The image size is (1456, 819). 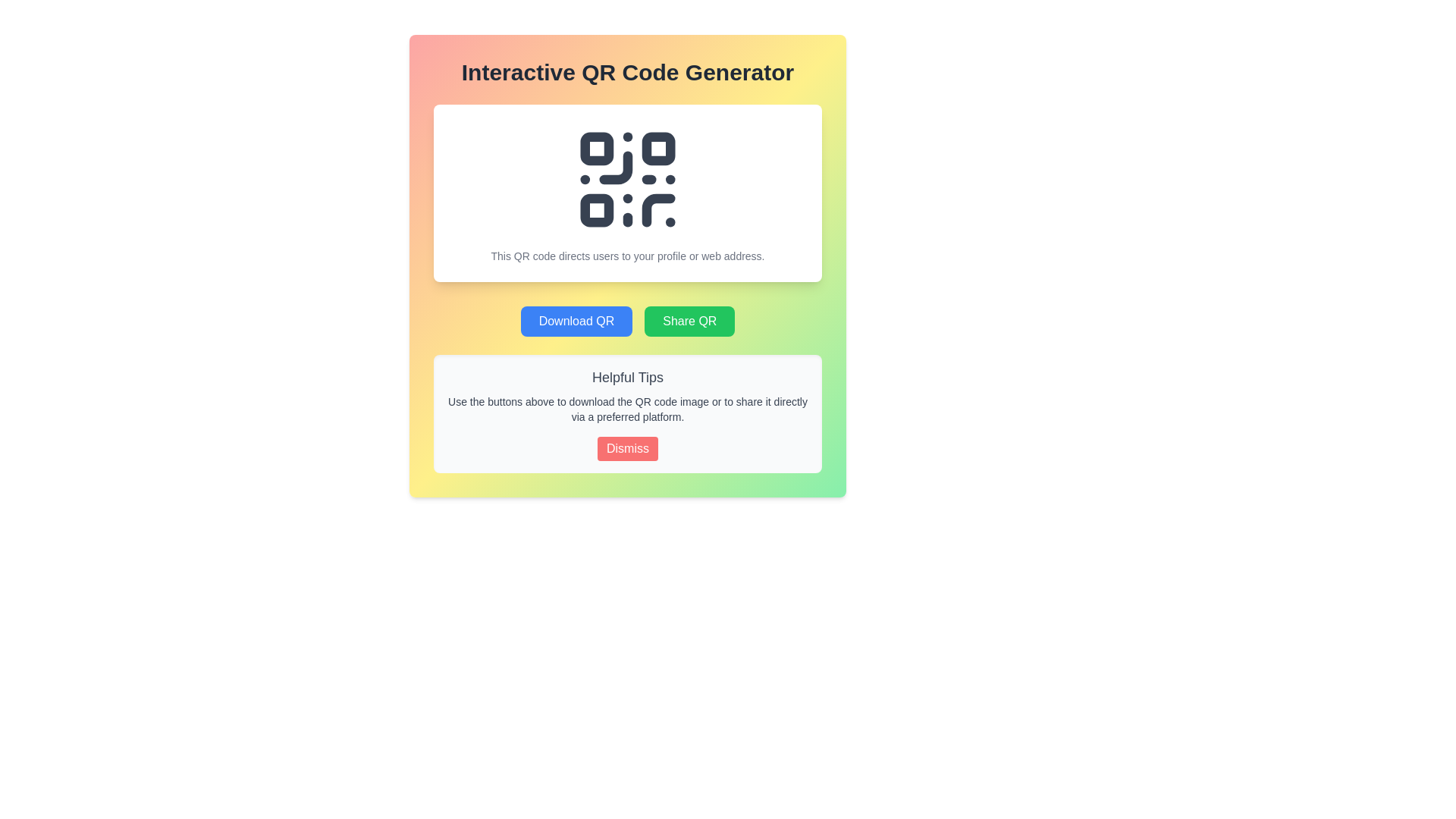 I want to click on the text header 'Helpful Tips' which is styled with a larger font size and bold text, positioned at the top of a light gray rounded rectangular section, so click(x=628, y=376).